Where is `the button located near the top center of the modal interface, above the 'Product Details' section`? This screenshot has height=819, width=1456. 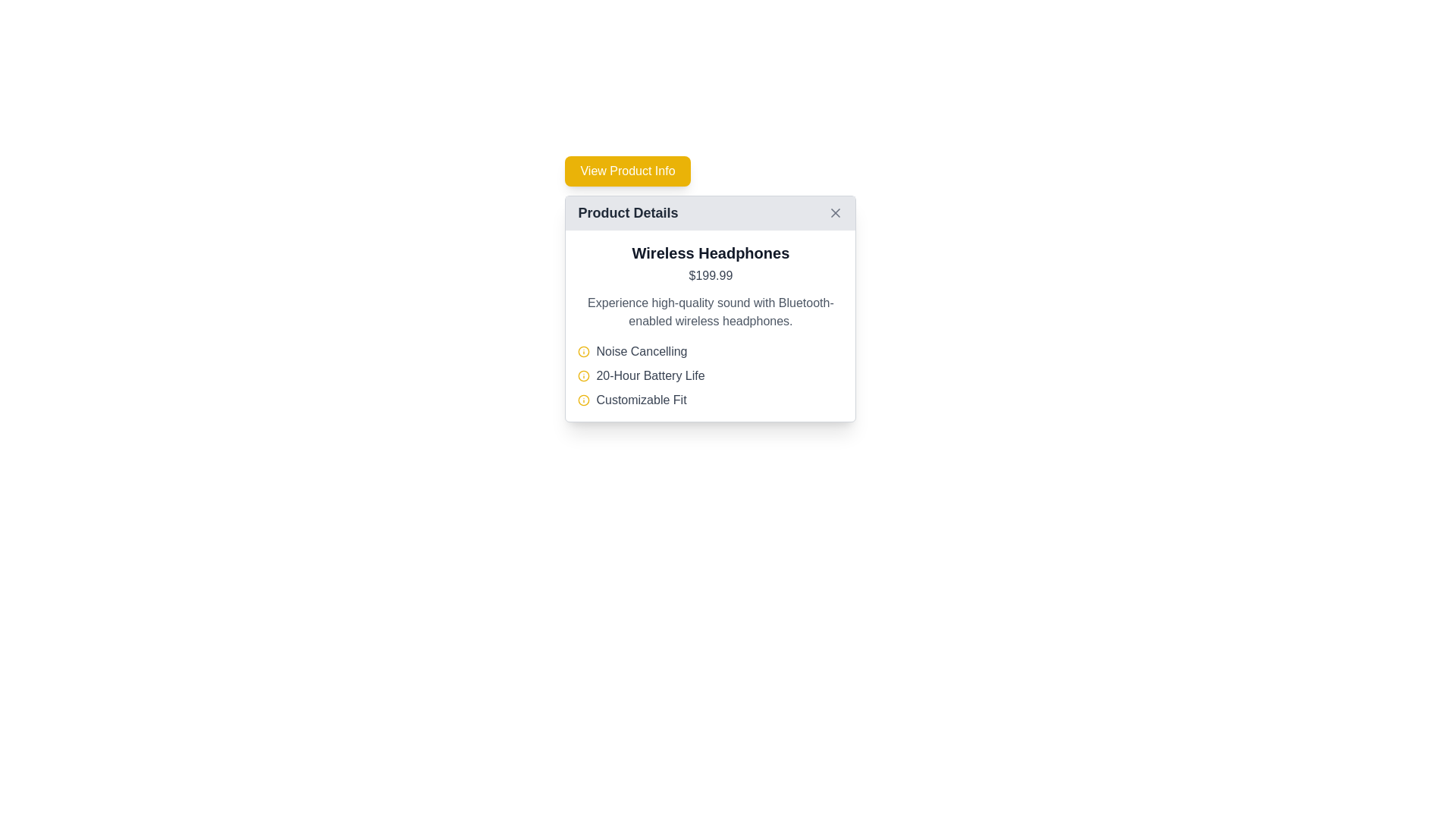 the button located near the top center of the modal interface, above the 'Product Details' section is located at coordinates (627, 171).